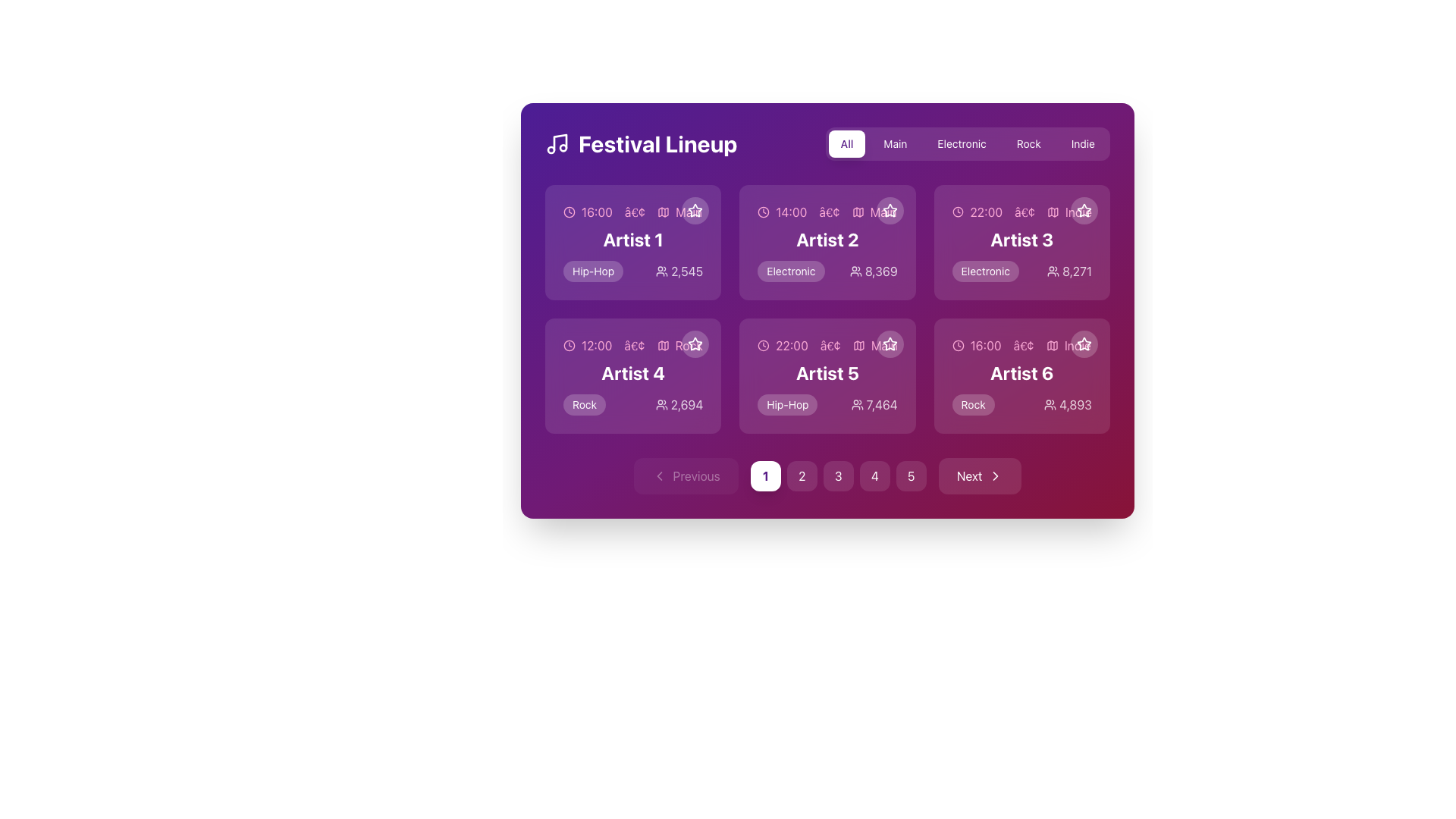 This screenshot has height=819, width=1456. I want to click on the map icon located in the second card of the first row, which is styled with a modern graphic design and resembles a folded map, so click(858, 212).